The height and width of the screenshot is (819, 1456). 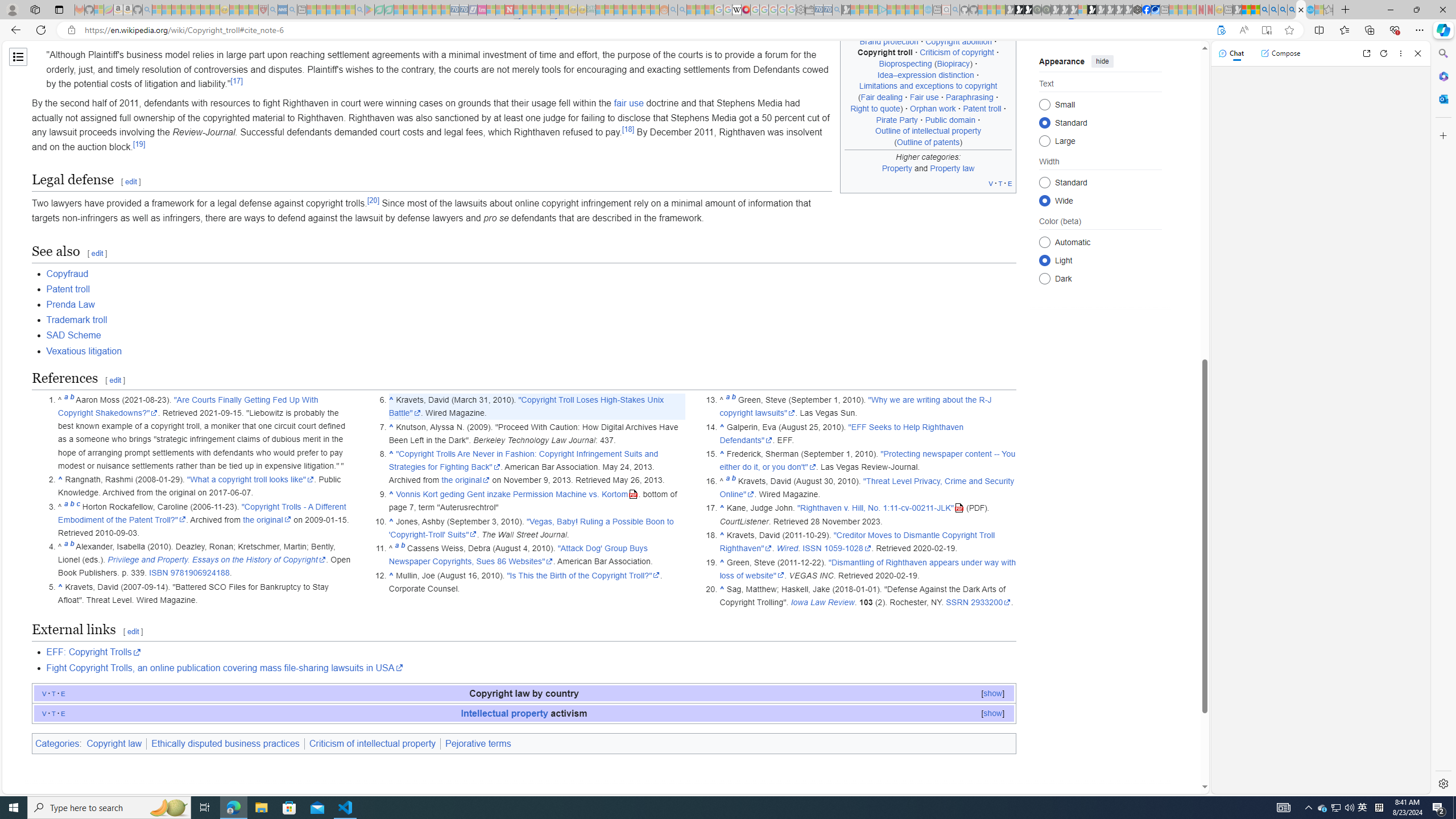 What do you see at coordinates (955, 9) in the screenshot?
I see `'github - Search - Sleeping'` at bounding box center [955, 9].